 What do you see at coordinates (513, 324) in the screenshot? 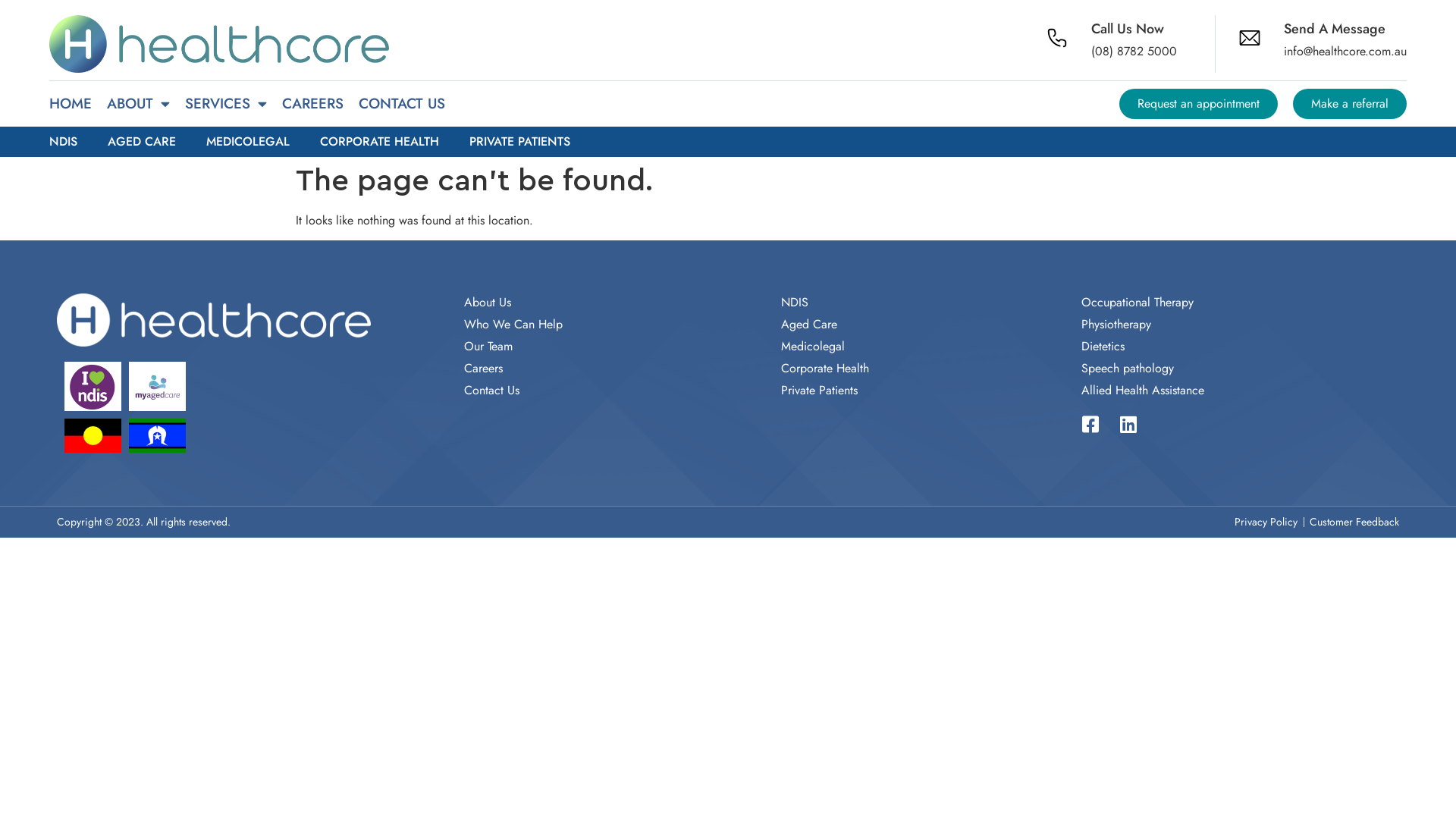
I see `'Who We Can Help'` at bounding box center [513, 324].